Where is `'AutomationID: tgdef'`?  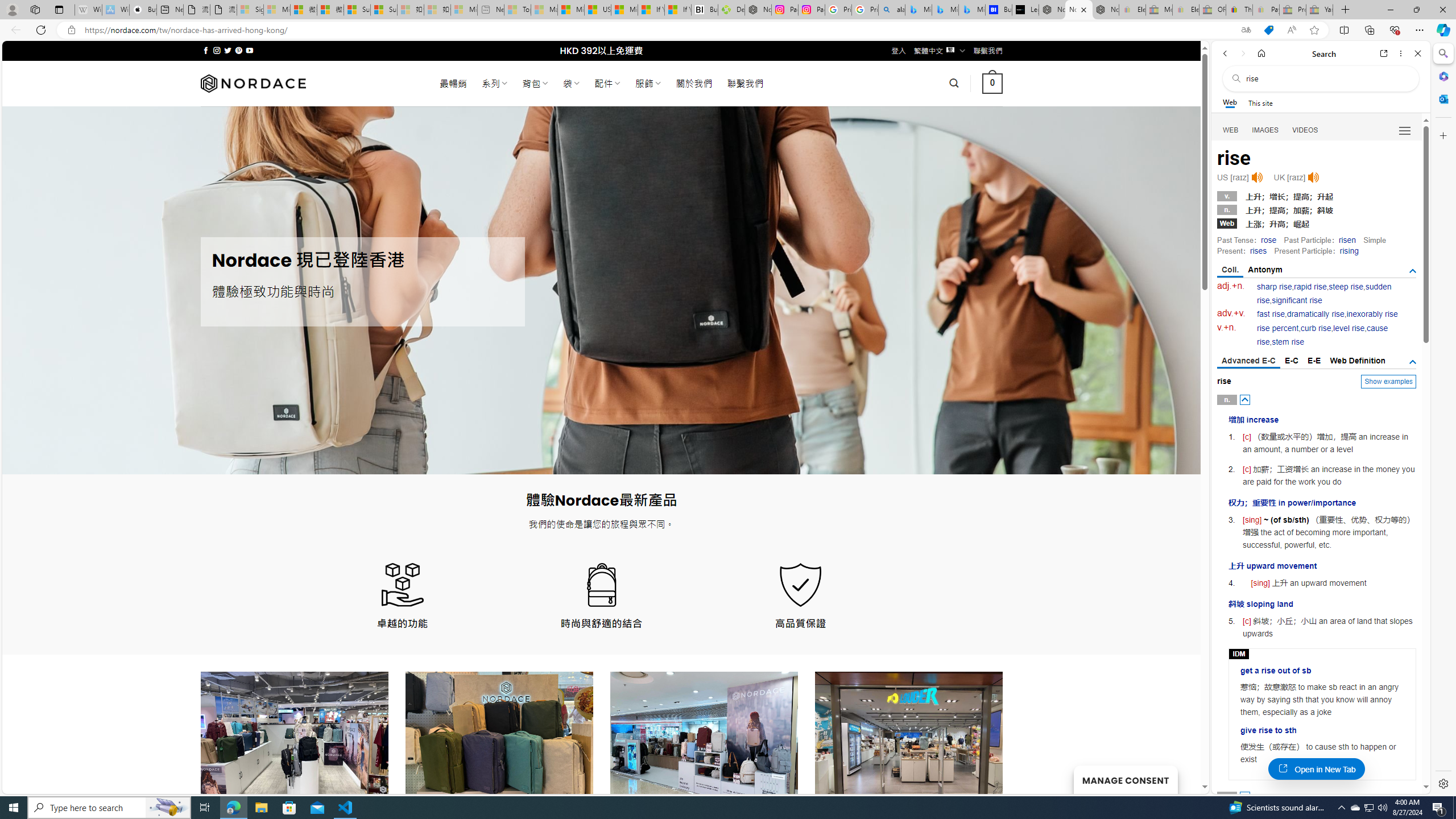 'AutomationID: tgdef' is located at coordinates (1412, 362).